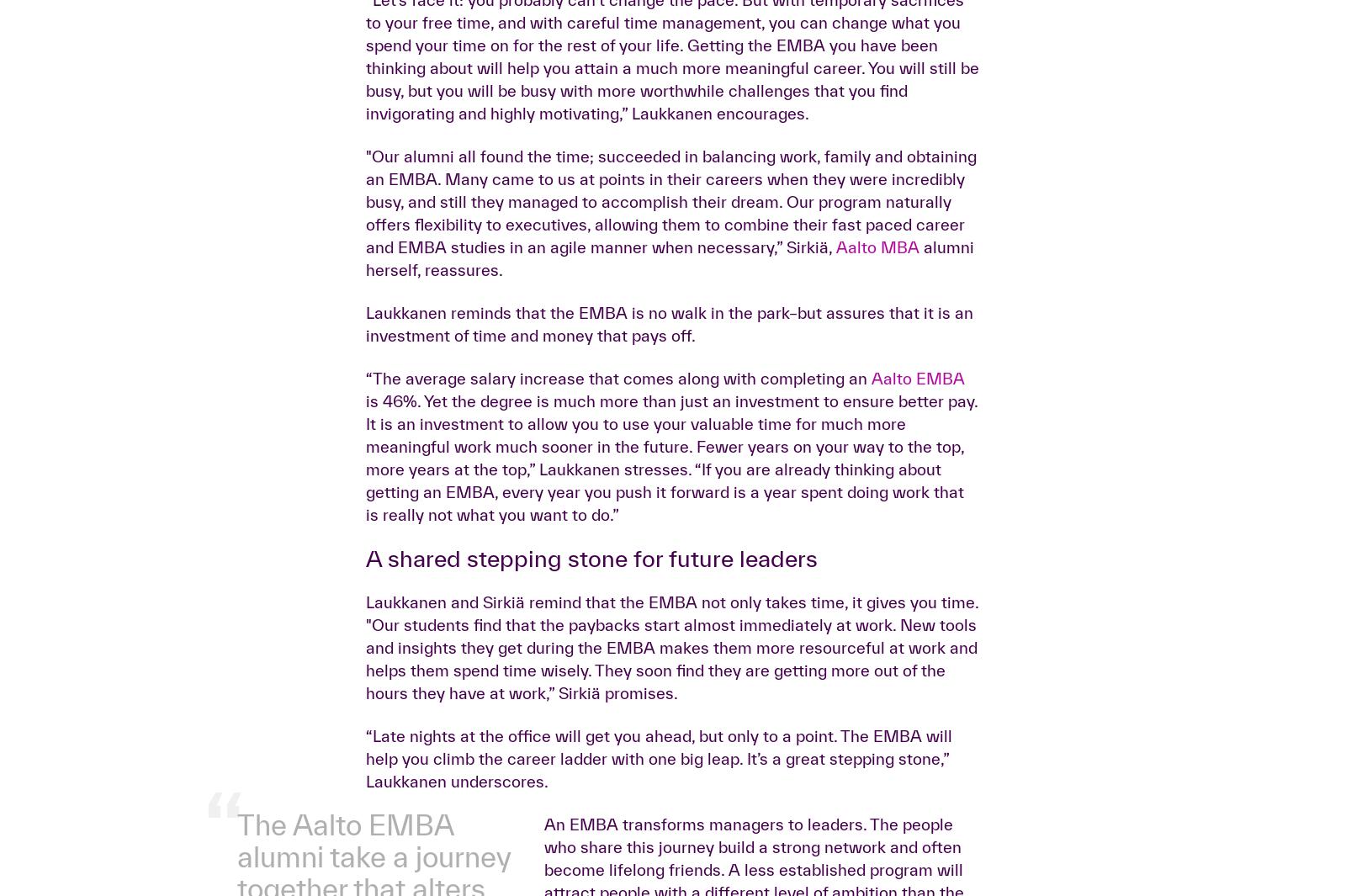 The height and width of the screenshot is (896, 1346). I want to click on 'Aalto EMBA', so click(918, 643).